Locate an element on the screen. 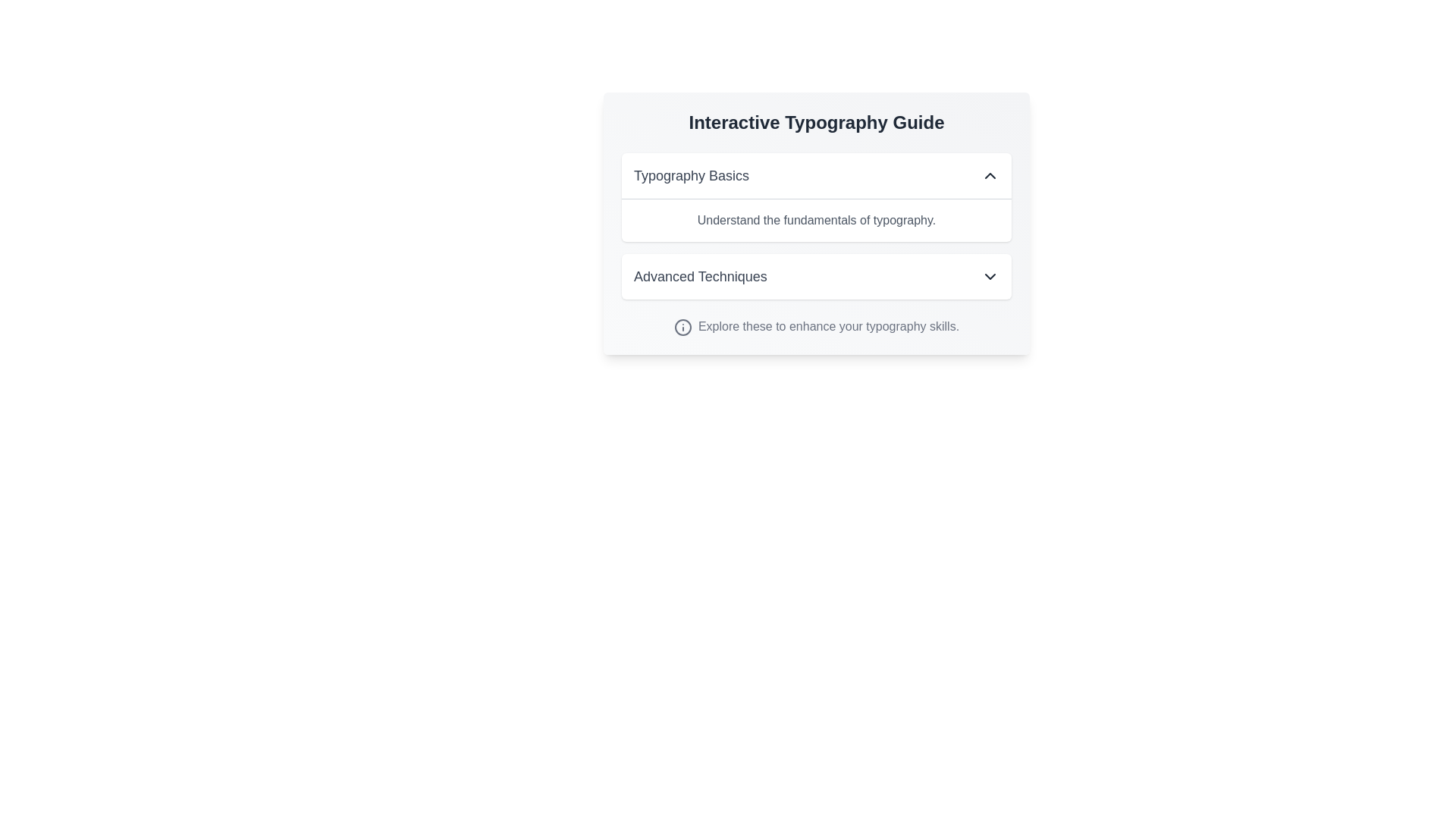  the text description that reads 'Explore these to enhance your typography skills.' which is styled with a centered alignment and light gray font, located at the bottom of the interface within a white card is located at coordinates (815, 326).